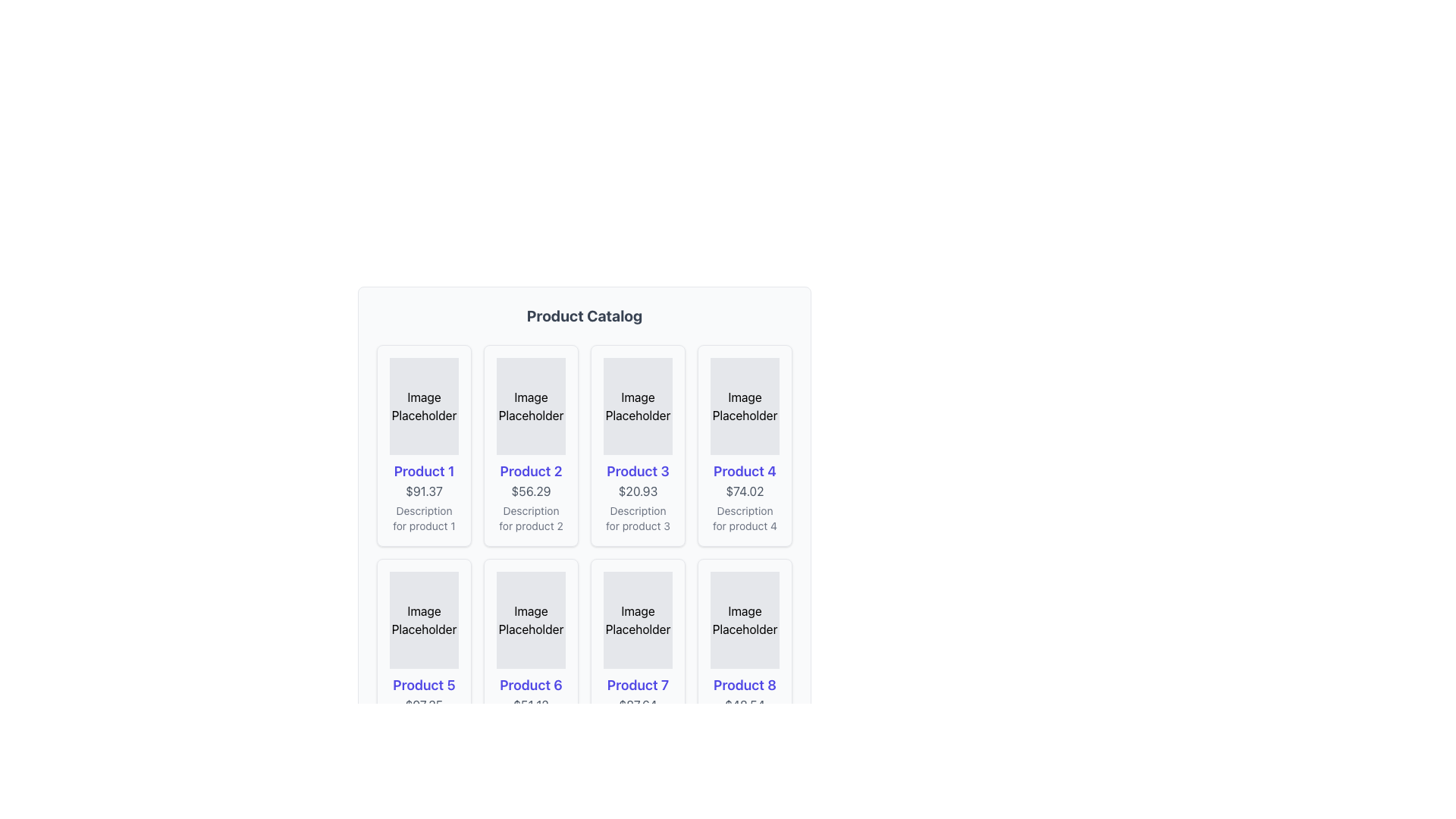 This screenshot has height=819, width=1456. What do you see at coordinates (745, 406) in the screenshot?
I see `text from the placeholder for an image located in the fourth column of the first row of the 'Product Catalog' grid, above the 'Product 4' title` at bounding box center [745, 406].